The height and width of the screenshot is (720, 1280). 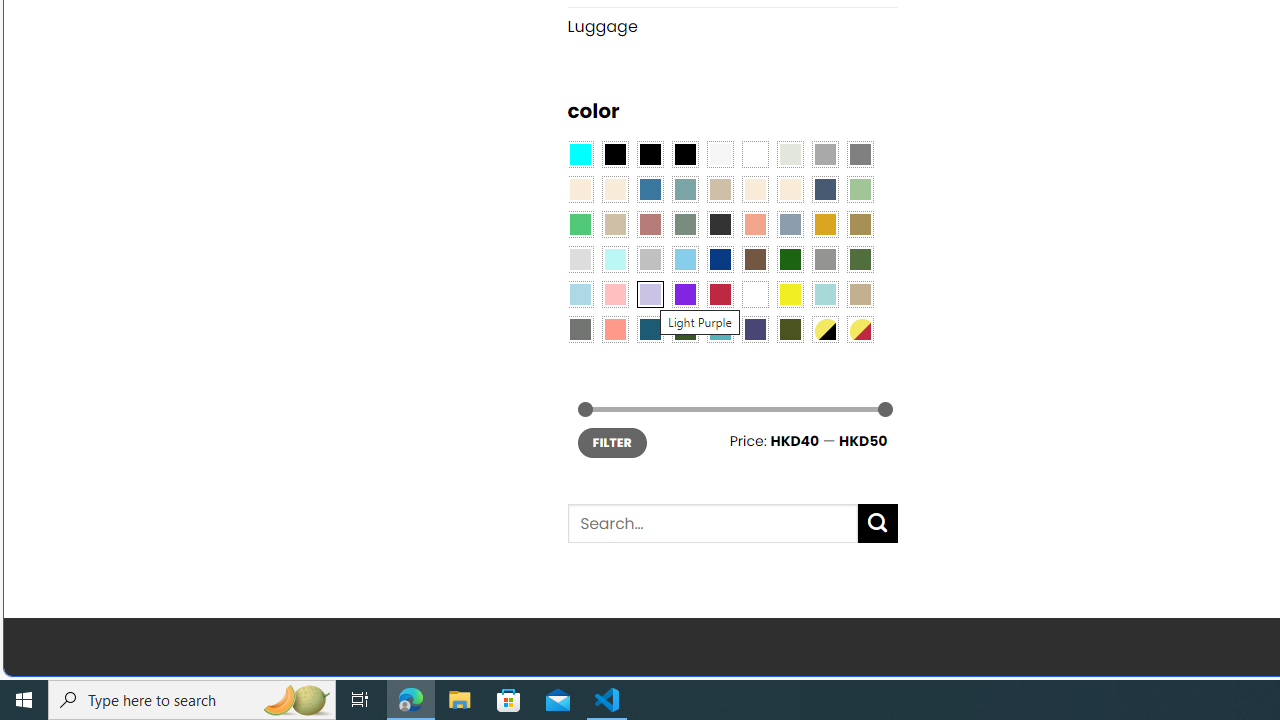 What do you see at coordinates (684, 153) in the screenshot?
I see `'Black-Brown'` at bounding box center [684, 153].